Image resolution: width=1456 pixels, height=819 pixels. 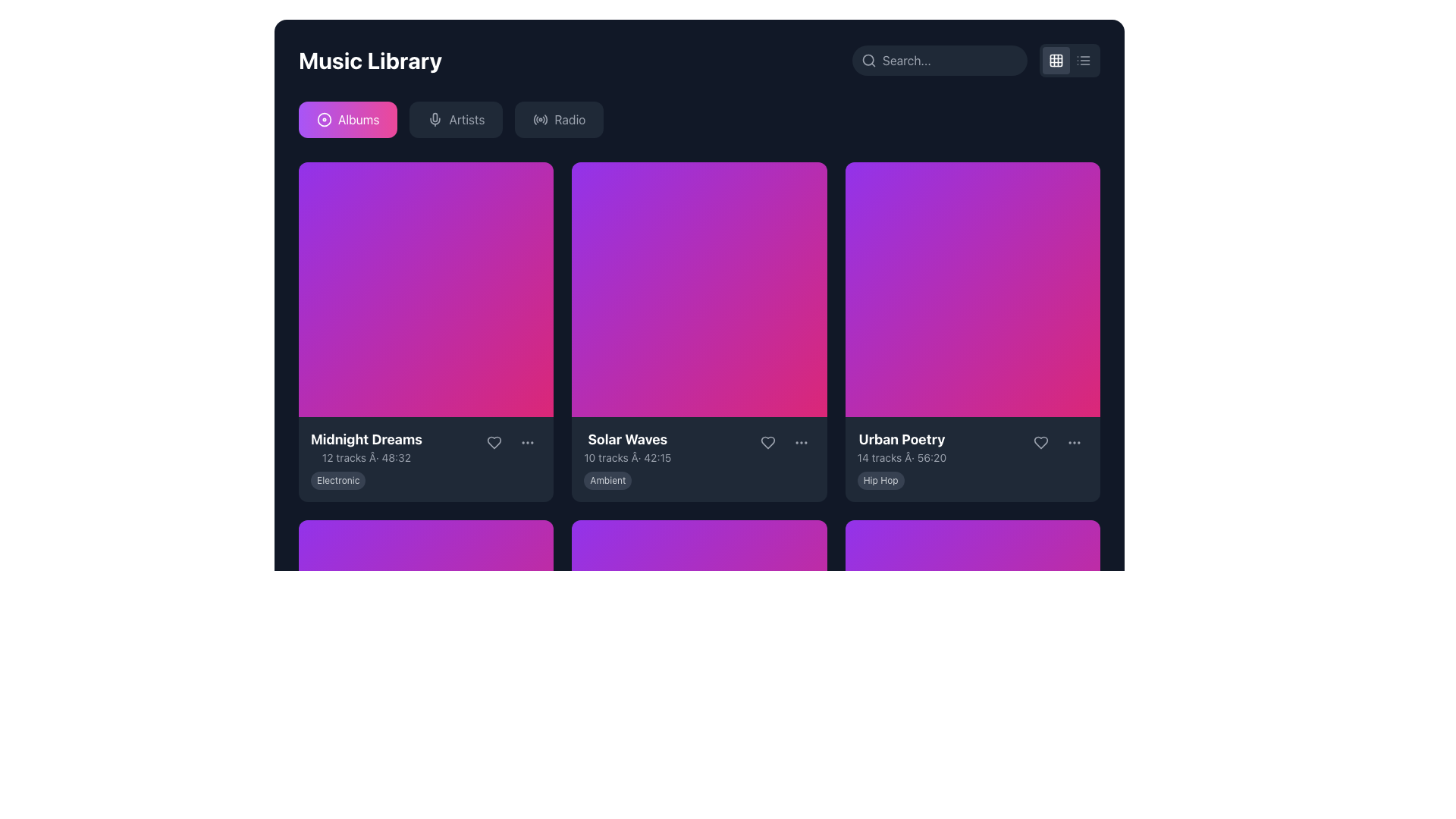 I want to click on album details displayed on the text label located beneath the 'Urban Poetry' title text within the third card in the top row of the album grid, so click(x=902, y=457).